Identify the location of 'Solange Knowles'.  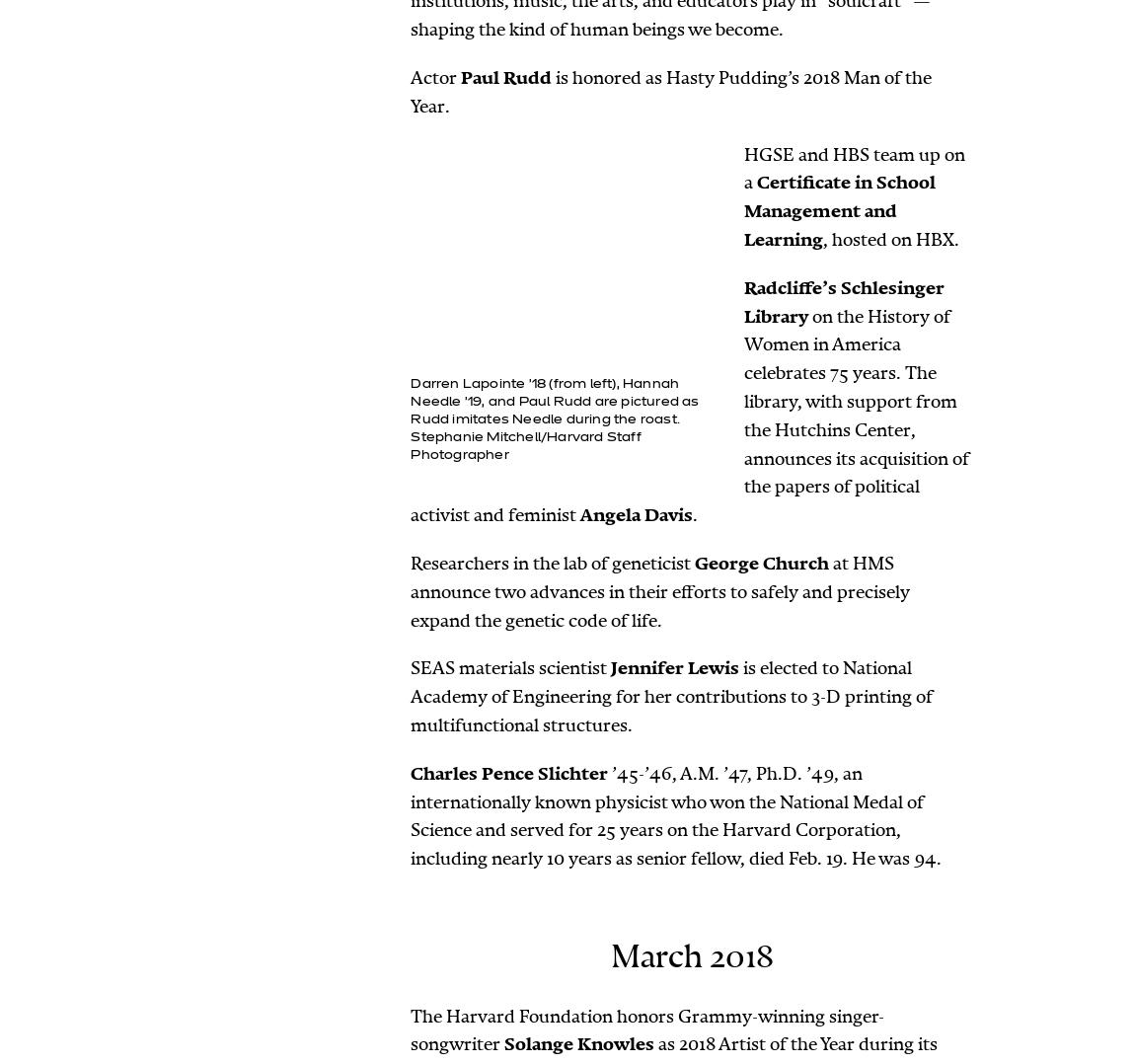
(577, 1043).